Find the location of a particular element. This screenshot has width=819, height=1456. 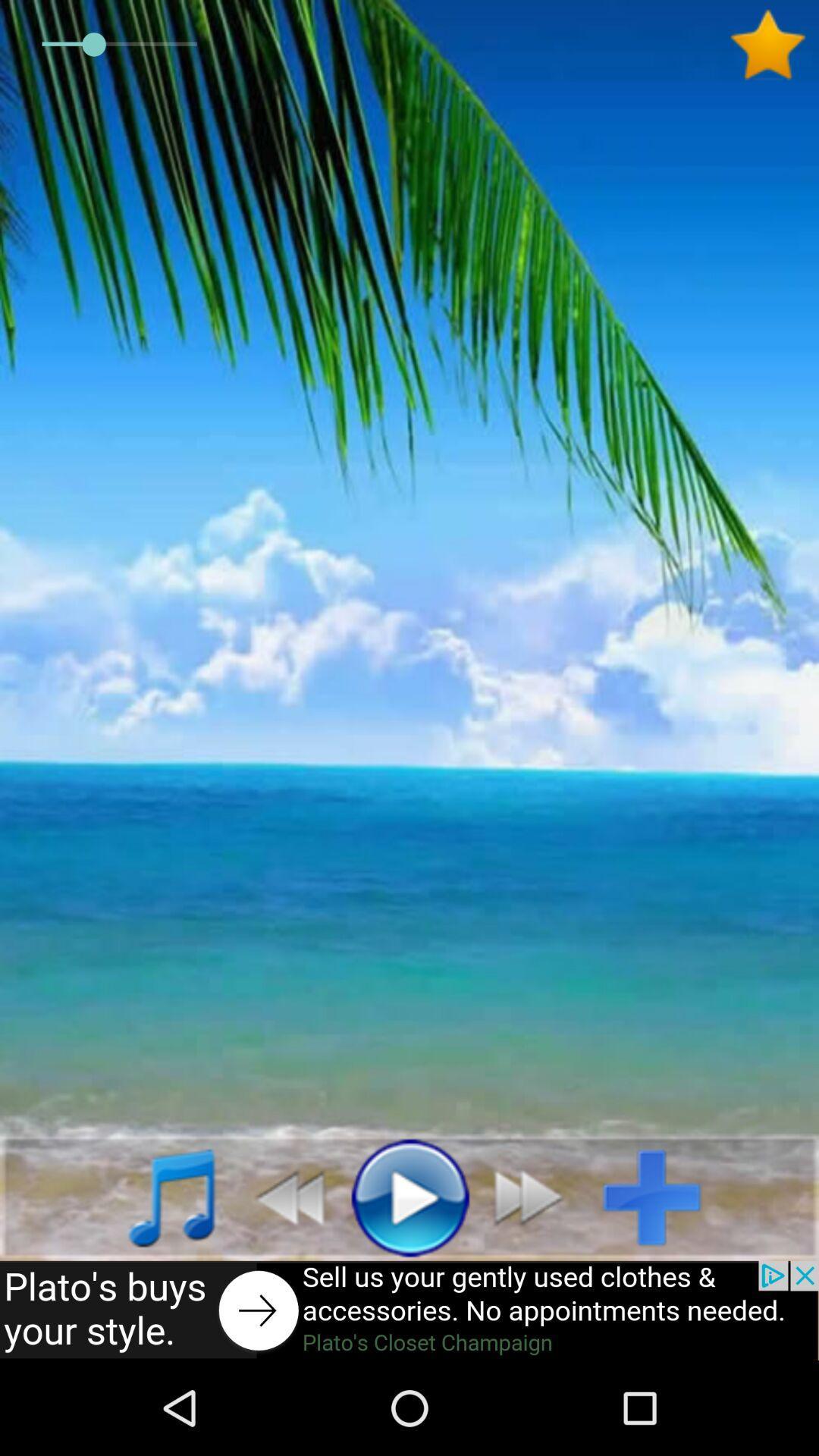

go back is located at coordinates (281, 1196).